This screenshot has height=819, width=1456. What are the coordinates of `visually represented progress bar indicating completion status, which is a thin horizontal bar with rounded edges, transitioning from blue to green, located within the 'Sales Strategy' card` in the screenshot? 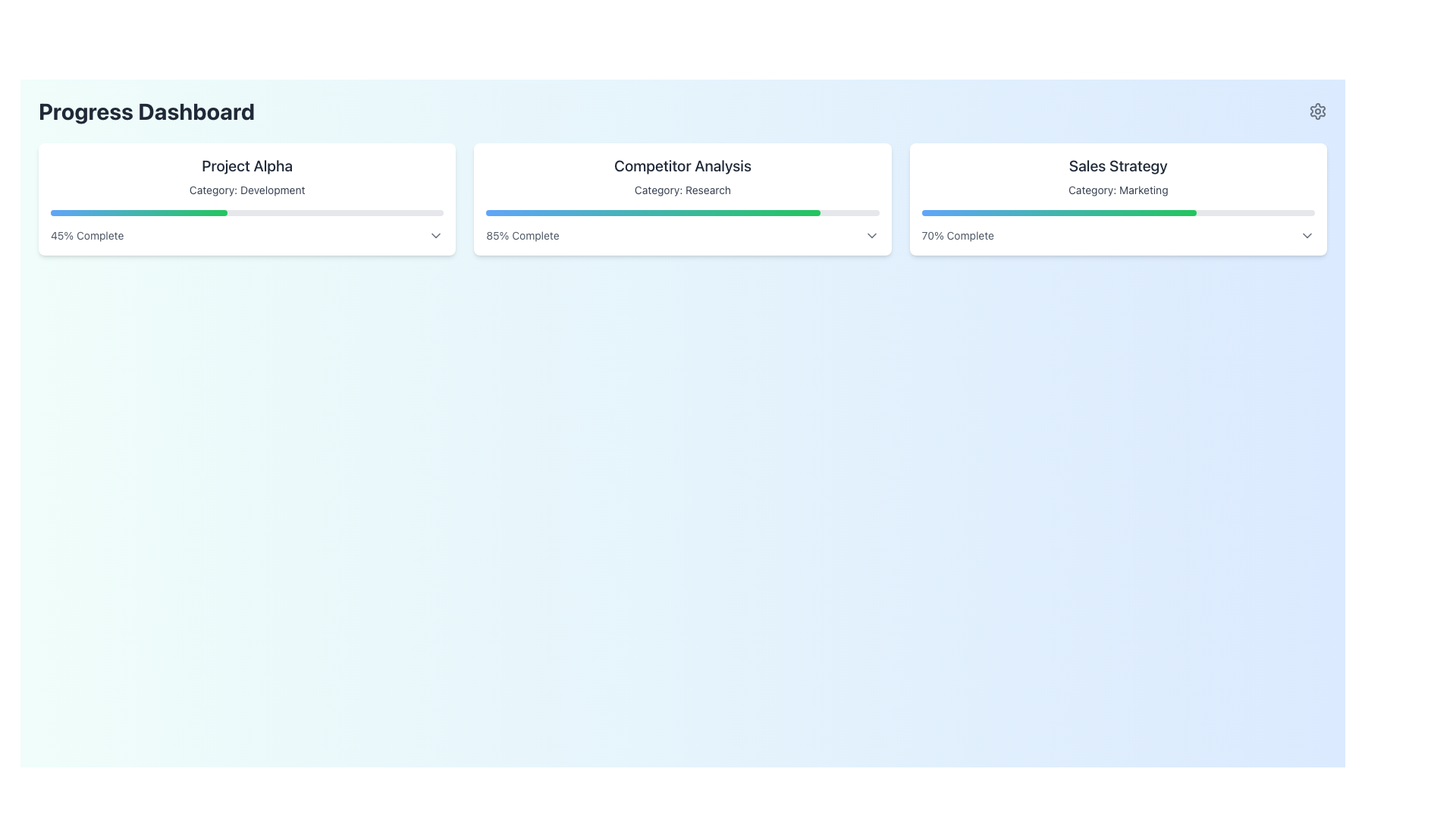 It's located at (1118, 213).